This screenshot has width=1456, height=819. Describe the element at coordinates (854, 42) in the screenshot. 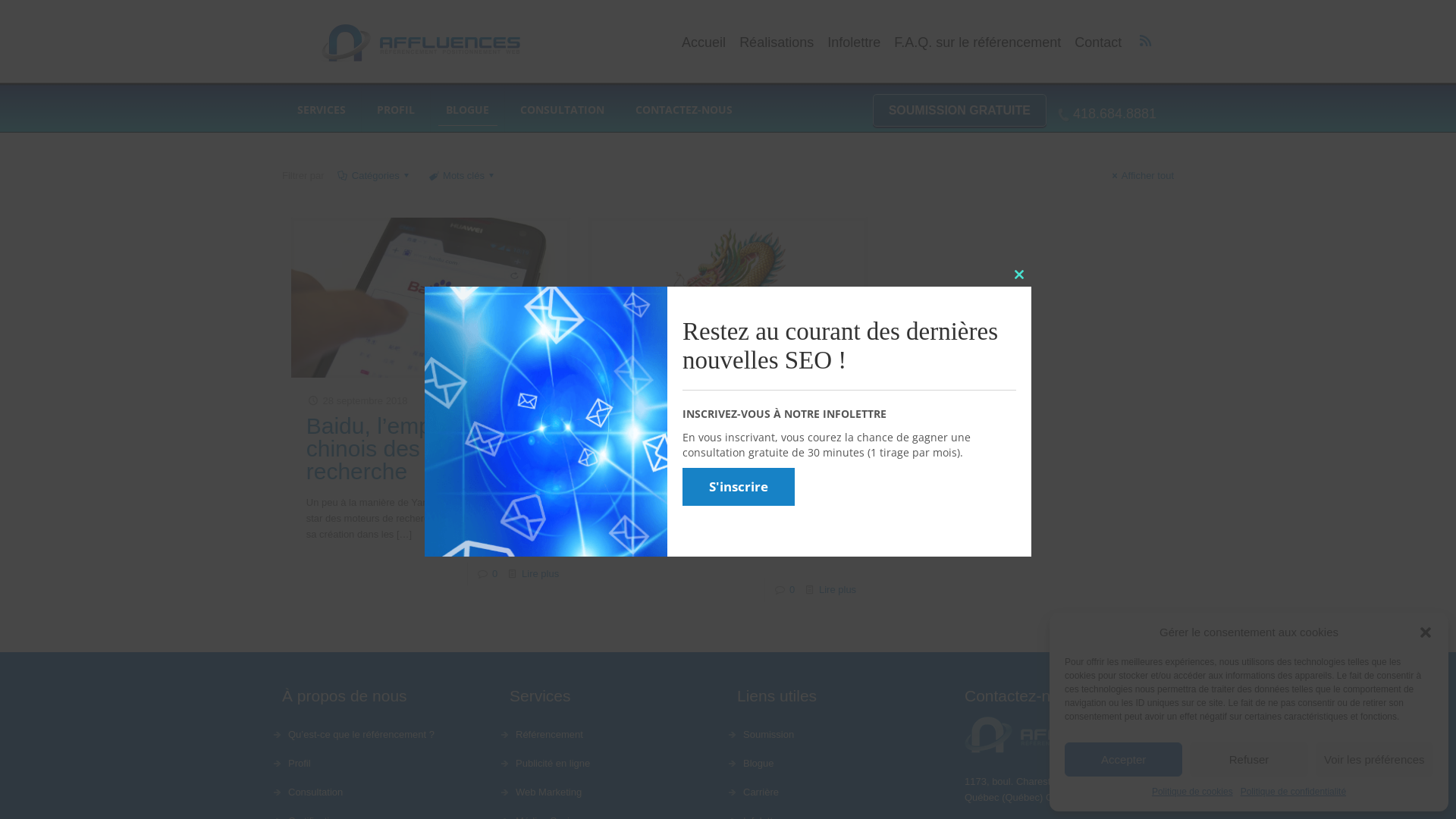

I see `'Infolettre'` at that location.